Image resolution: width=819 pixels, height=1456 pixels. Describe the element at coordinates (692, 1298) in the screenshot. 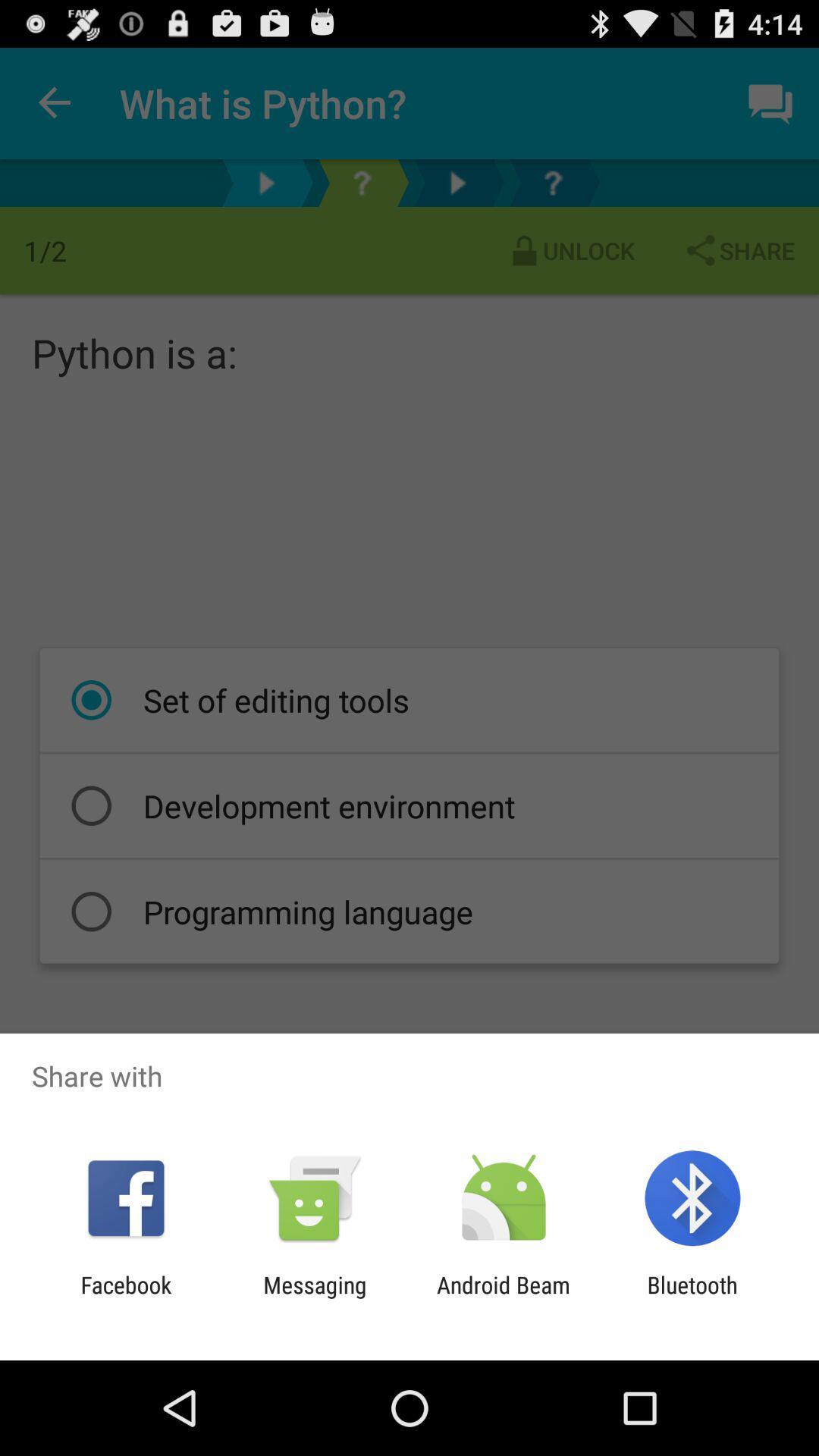

I see `the bluetooth app` at that location.